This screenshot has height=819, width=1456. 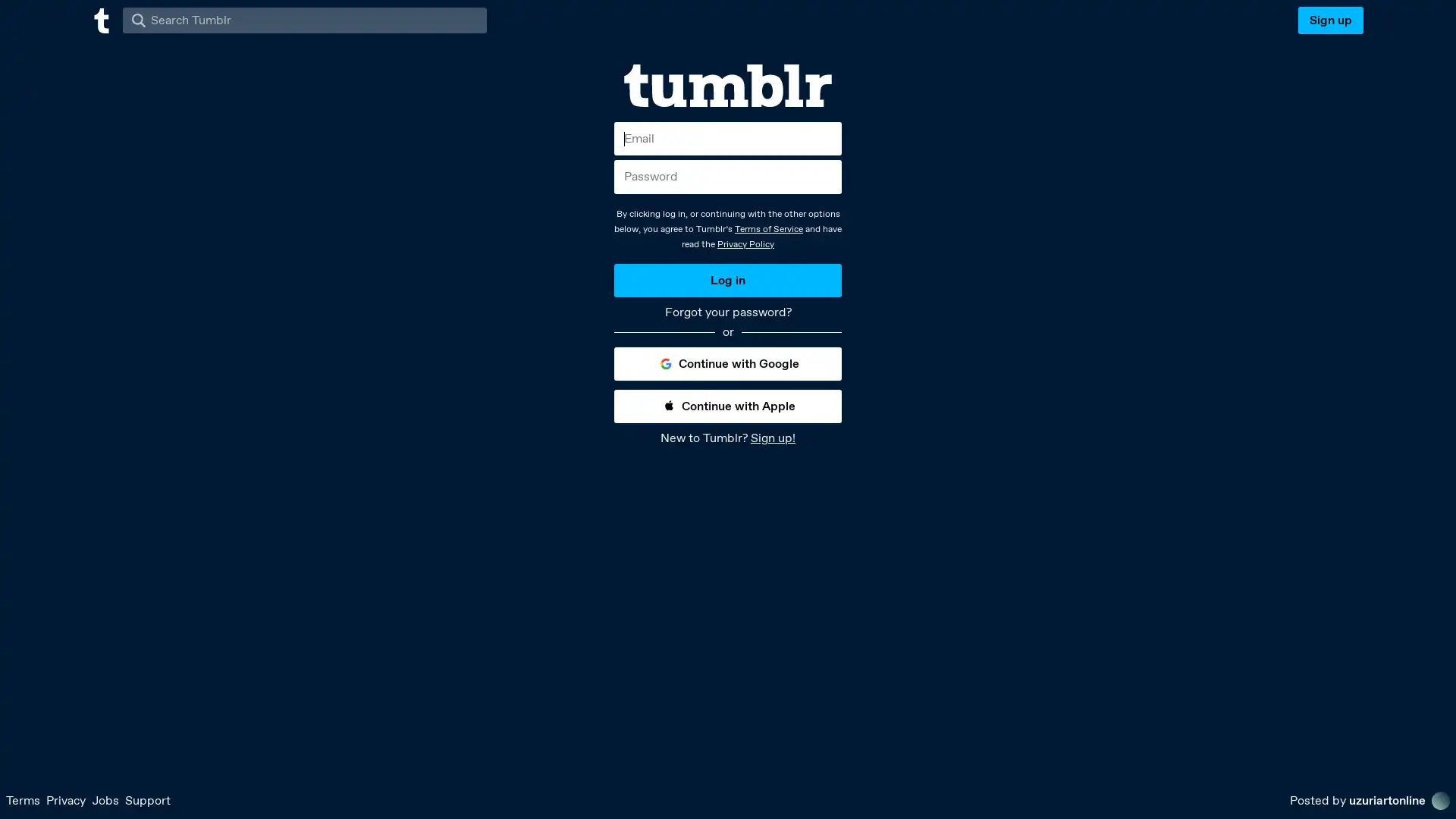 I want to click on Scroll to top, so click(x=1426, y=802).